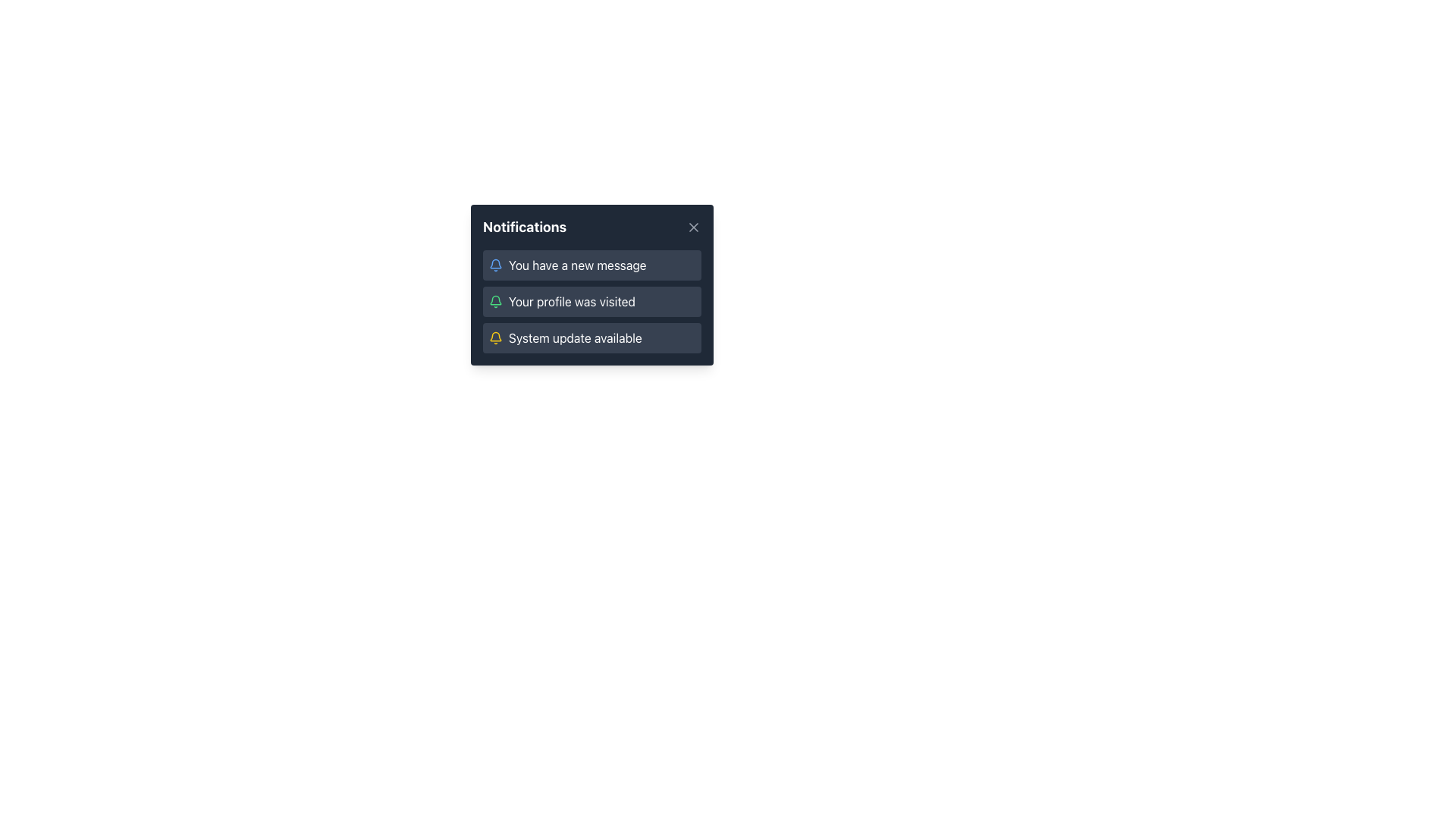 The width and height of the screenshot is (1456, 819). What do you see at coordinates (693, 227) in the screenshot?
I see `the close button located in the top-right corner of the modal` at bounding box center [693, 227].